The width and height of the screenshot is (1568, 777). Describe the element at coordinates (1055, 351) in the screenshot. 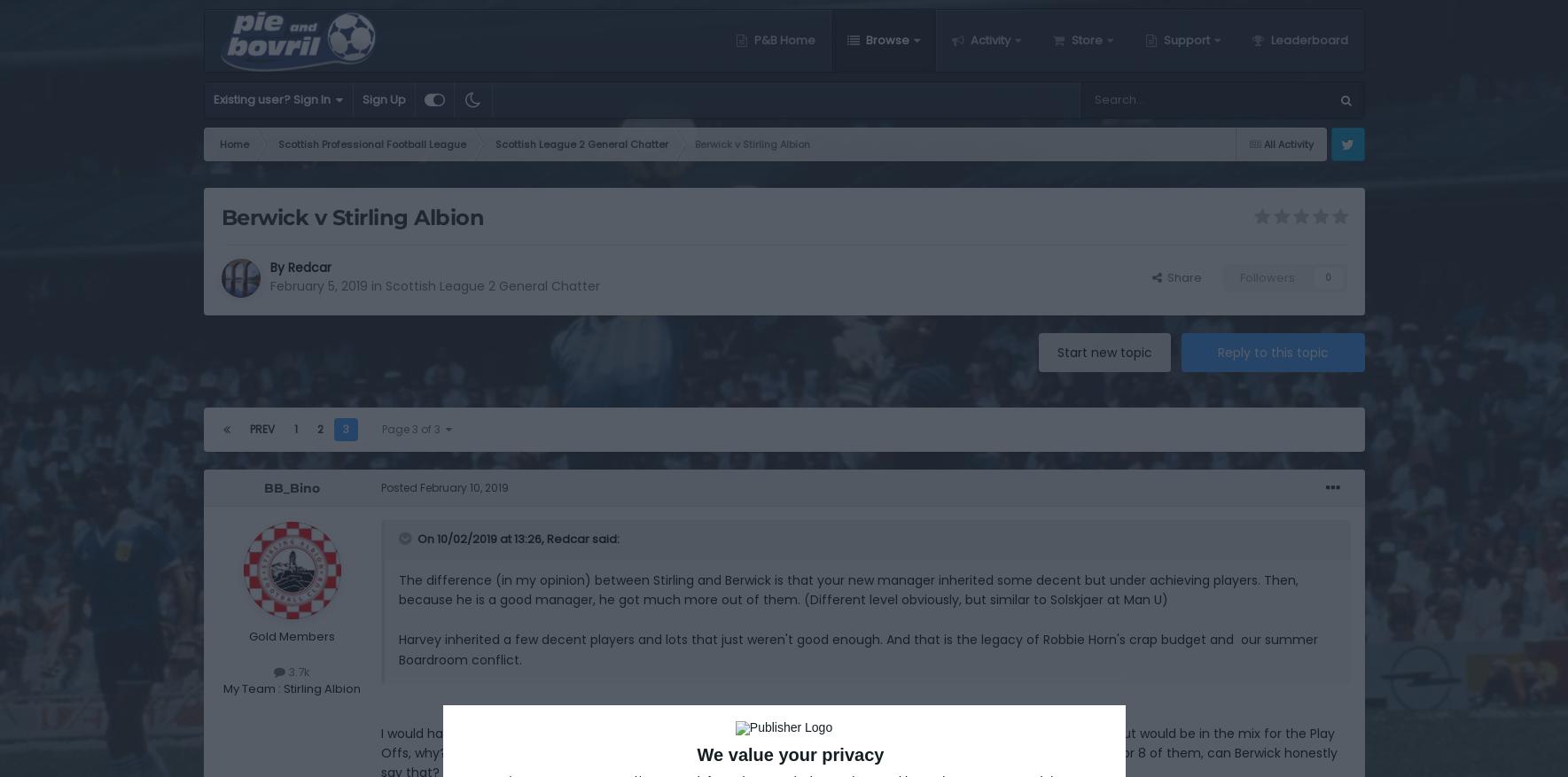

I see `'Start new topic'` at that location.